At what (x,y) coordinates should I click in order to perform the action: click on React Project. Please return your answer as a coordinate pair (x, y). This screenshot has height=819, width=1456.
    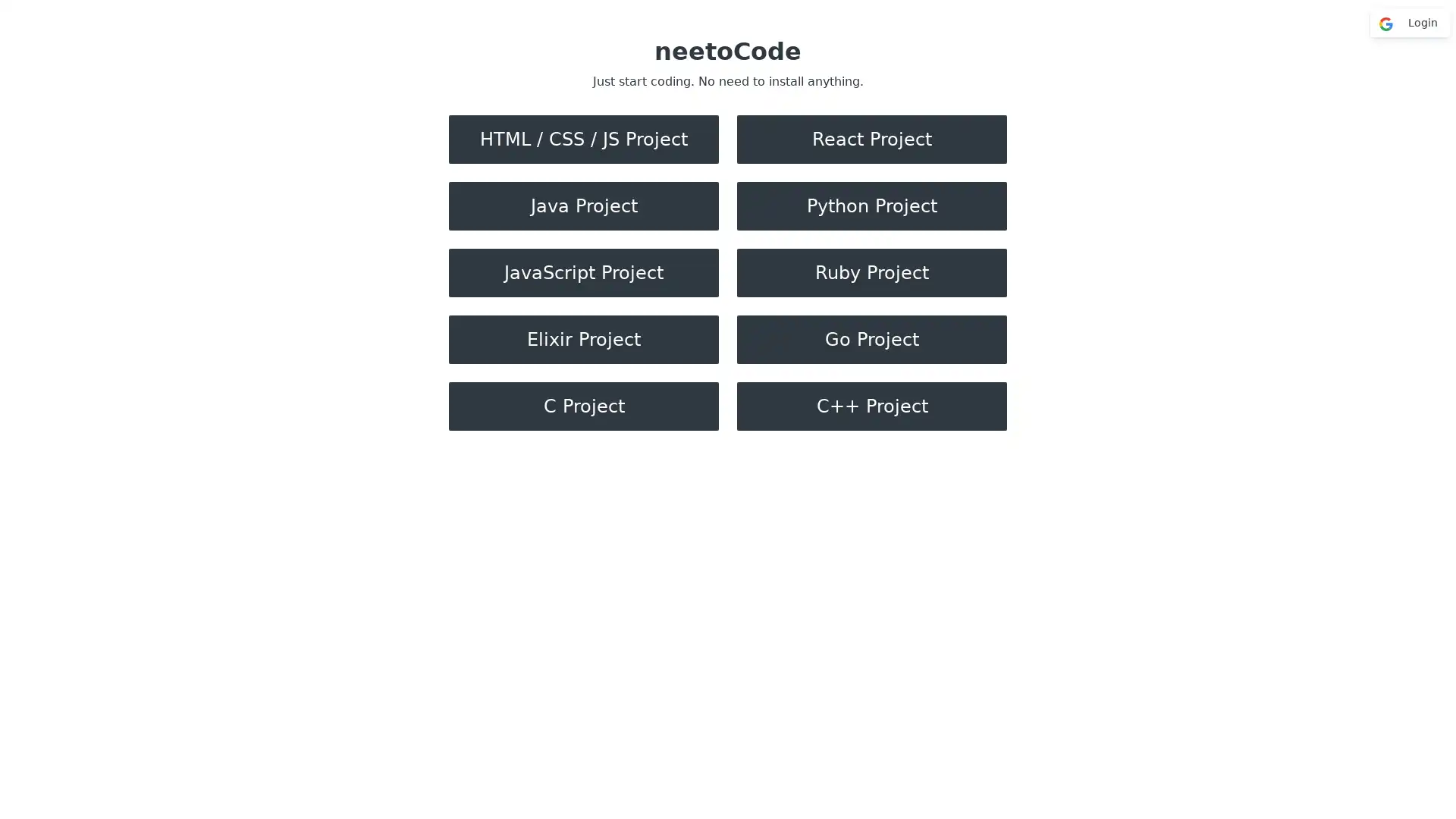
    Looking at the image, I should click on (872, 140).